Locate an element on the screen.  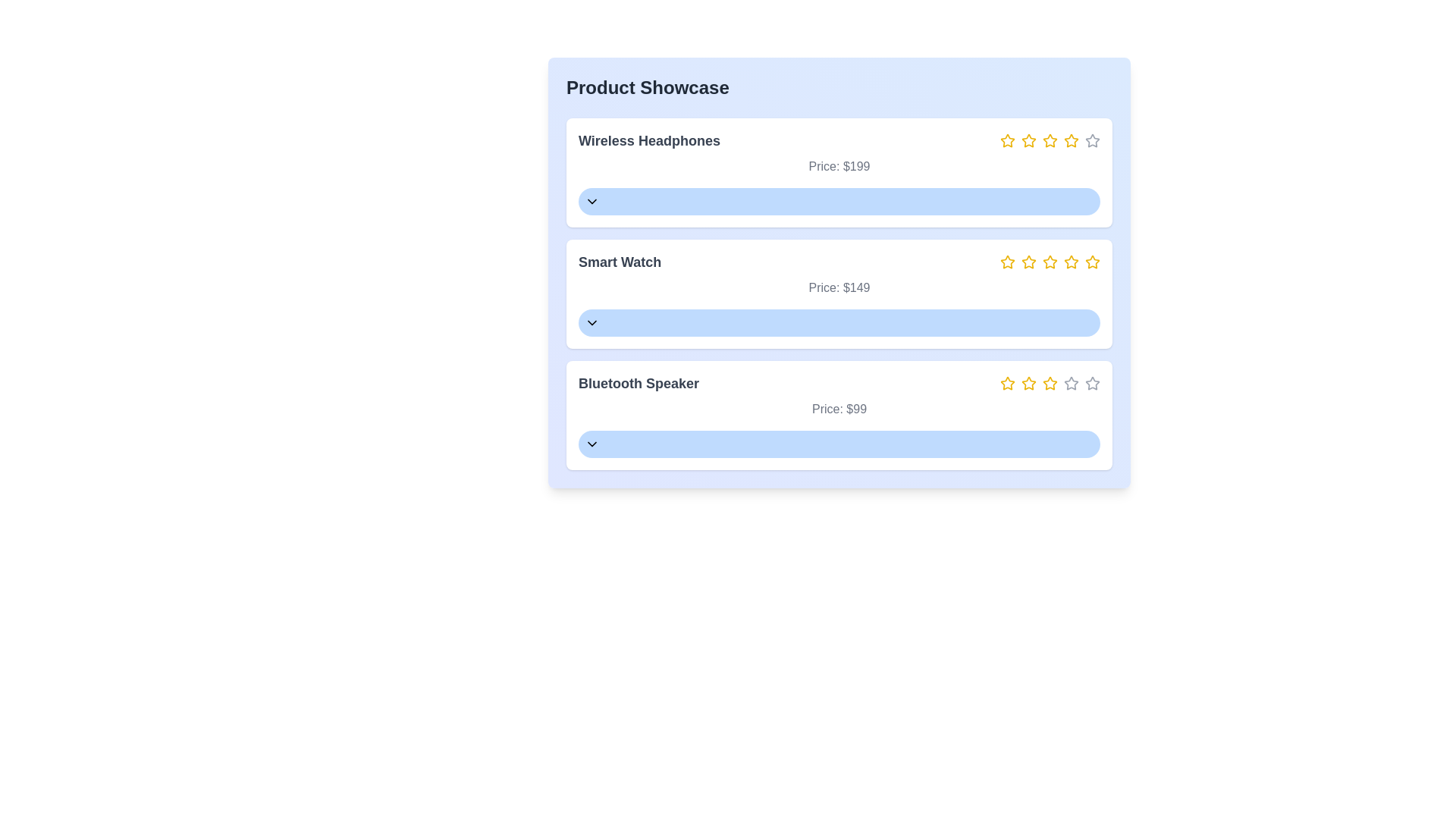
properties of the fifth star icon in the rating component for the second product under the 'Smart Watch' section is located at coordinates (1092, 262).